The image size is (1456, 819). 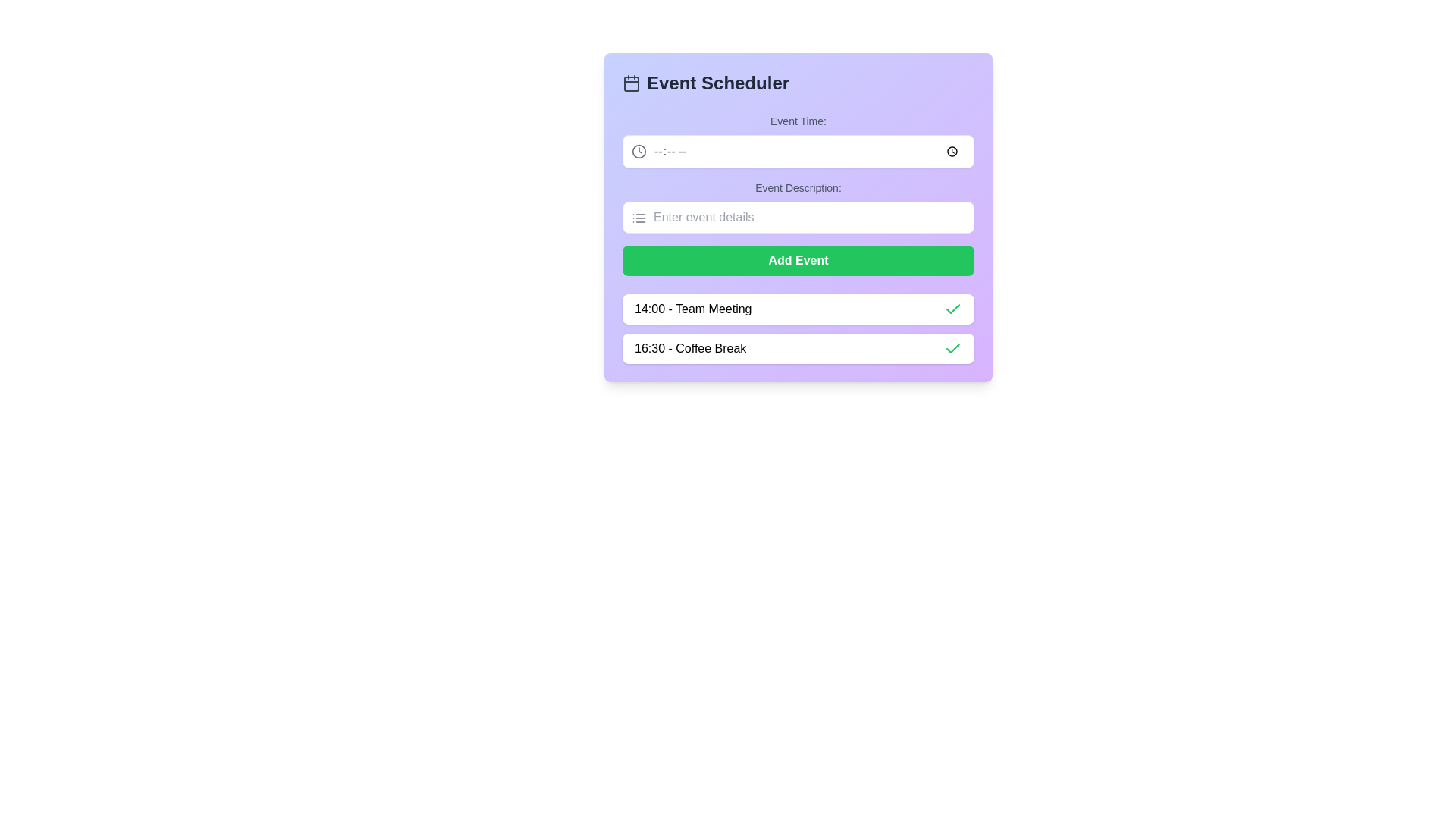 I want to click on the static text label displaying '14:00 - Team Meeting' within the first event entry under the 'Event Scheduler' section, located below the 'Add Event' button, so click(x=692, y=309).